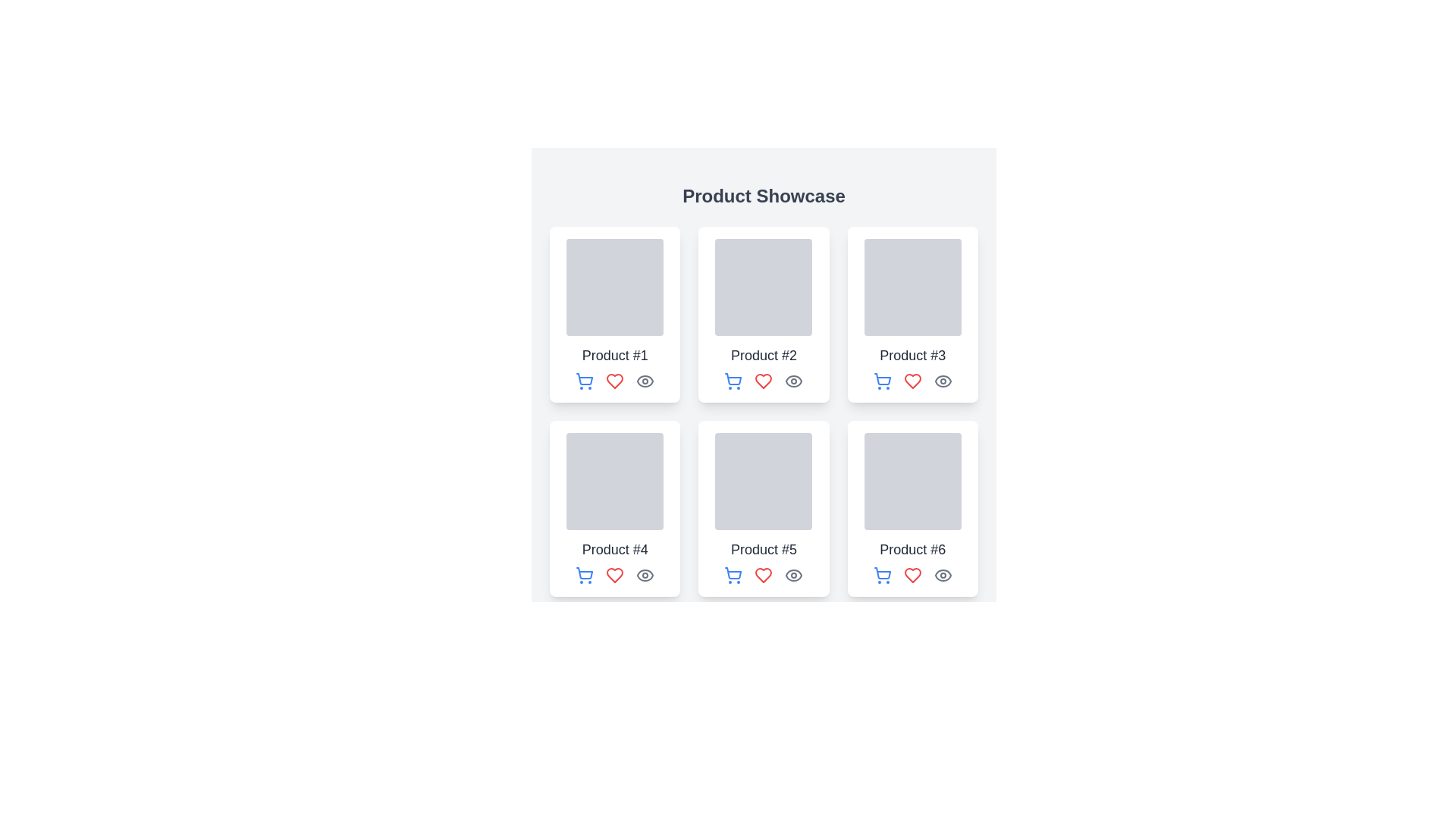 This screenshot has width=1456, height=819. I want to click on the favorite button located under 'Product #4' to mark the product as a favorite or un-favorite it, so click(615, 576).